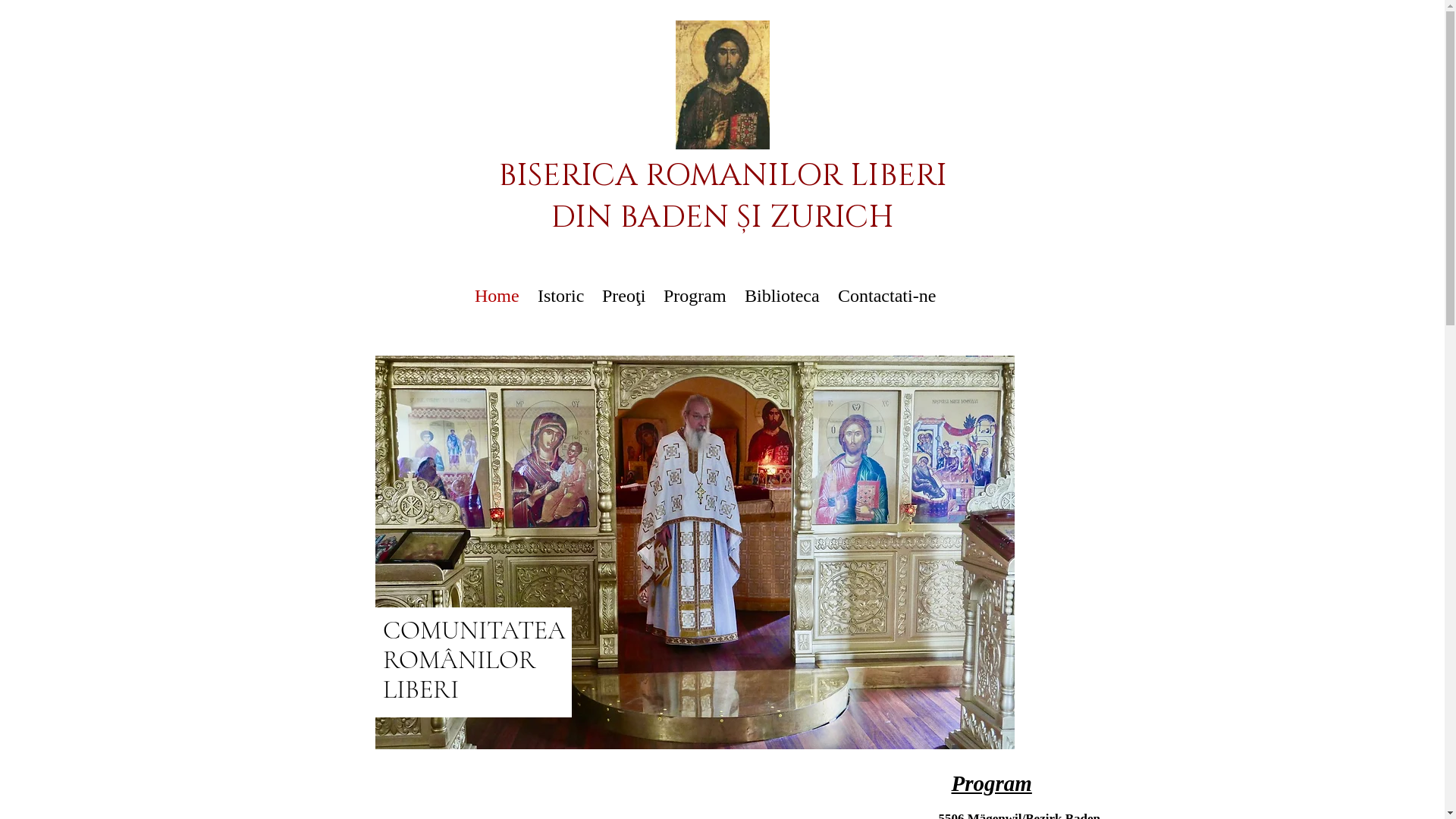 This screenshot has width=1456, height=819. Describe the element at coordinates (843, 174) in the screenshot. I see `'NILOR LIBERI'` at that location.